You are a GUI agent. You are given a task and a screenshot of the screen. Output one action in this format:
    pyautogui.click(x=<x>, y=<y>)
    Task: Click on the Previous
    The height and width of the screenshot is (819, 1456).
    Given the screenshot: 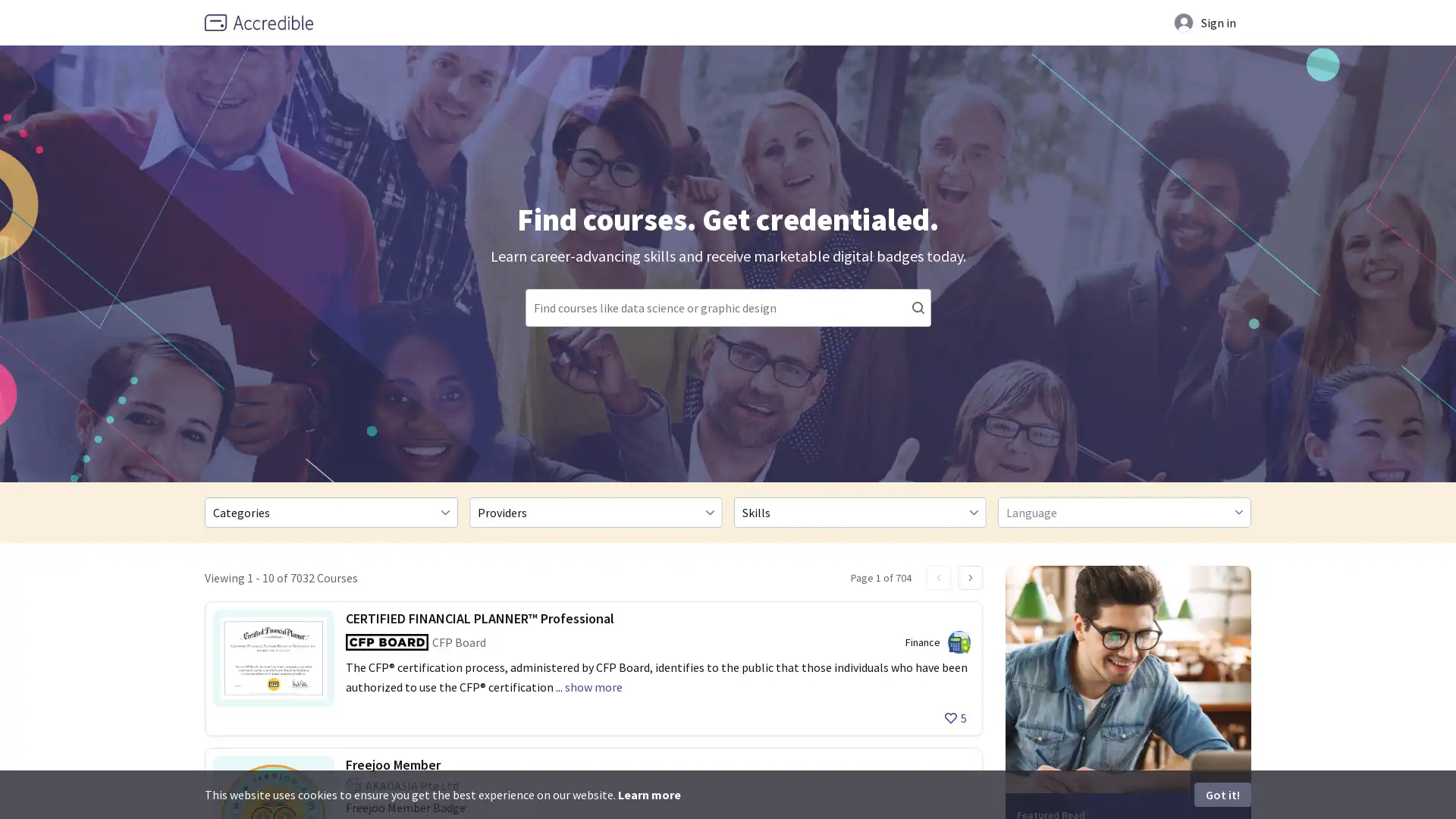 What is the action you would take?
    pyautogui.click(x=938, y=578)
    